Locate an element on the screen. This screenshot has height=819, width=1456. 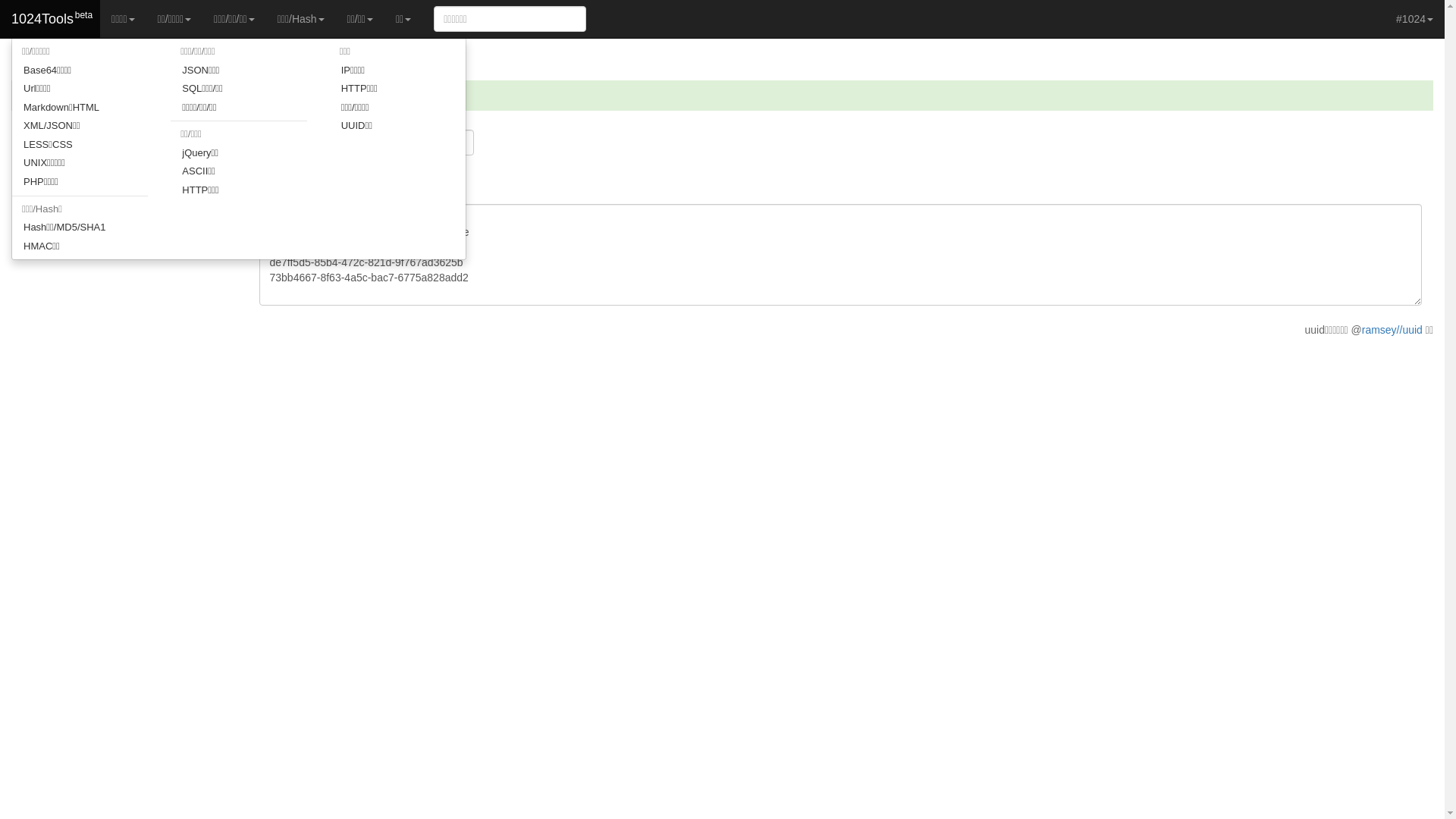
'1024Tools' is located at coordinates (50, 18).